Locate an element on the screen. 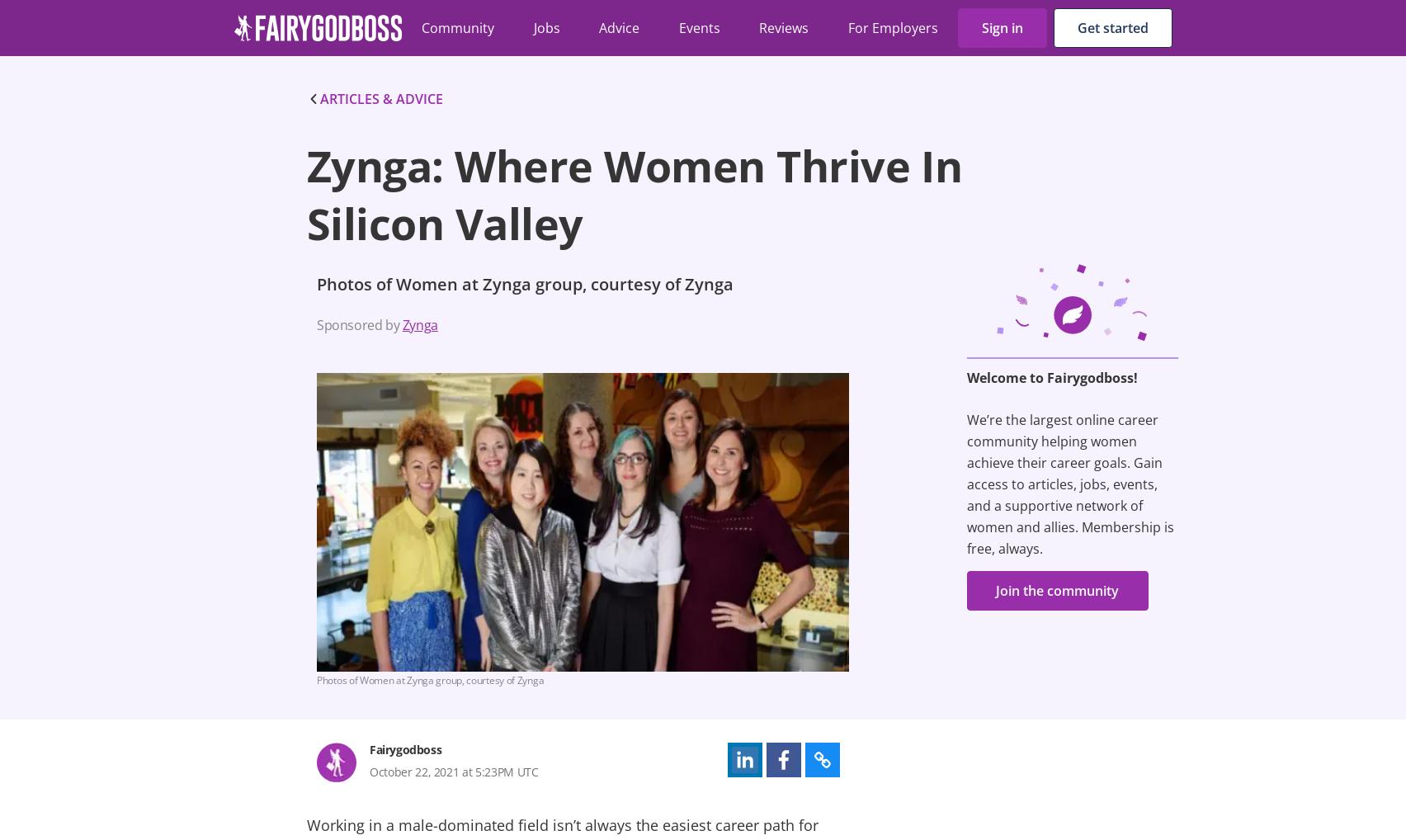 The height and width of the screenshot is (840, 1406). 'Join the community' is located at coordinates (1057, 589).